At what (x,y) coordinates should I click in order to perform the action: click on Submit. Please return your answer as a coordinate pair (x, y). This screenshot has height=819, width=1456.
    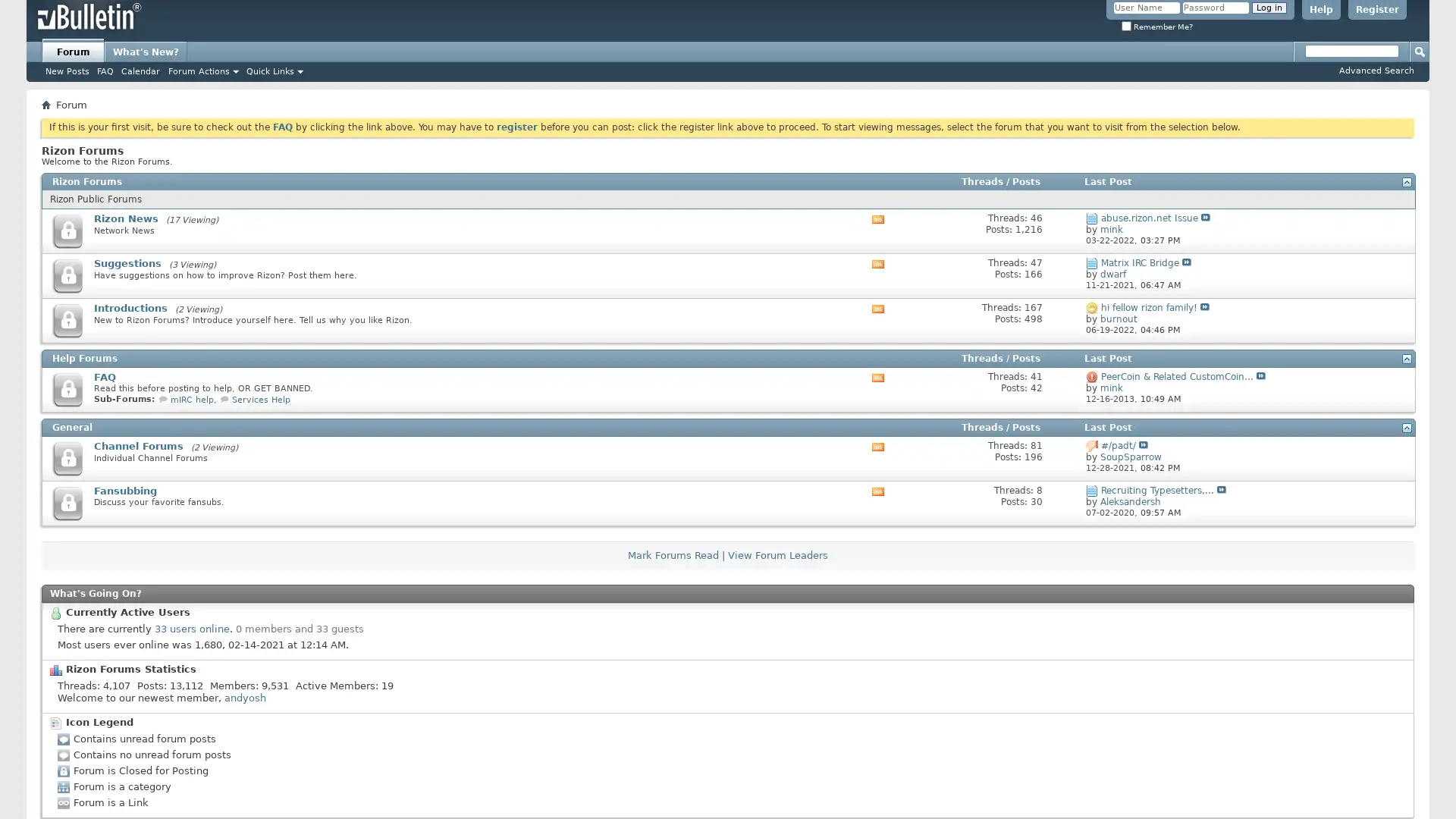
    Looking at the image, I should click on (1419, 49).